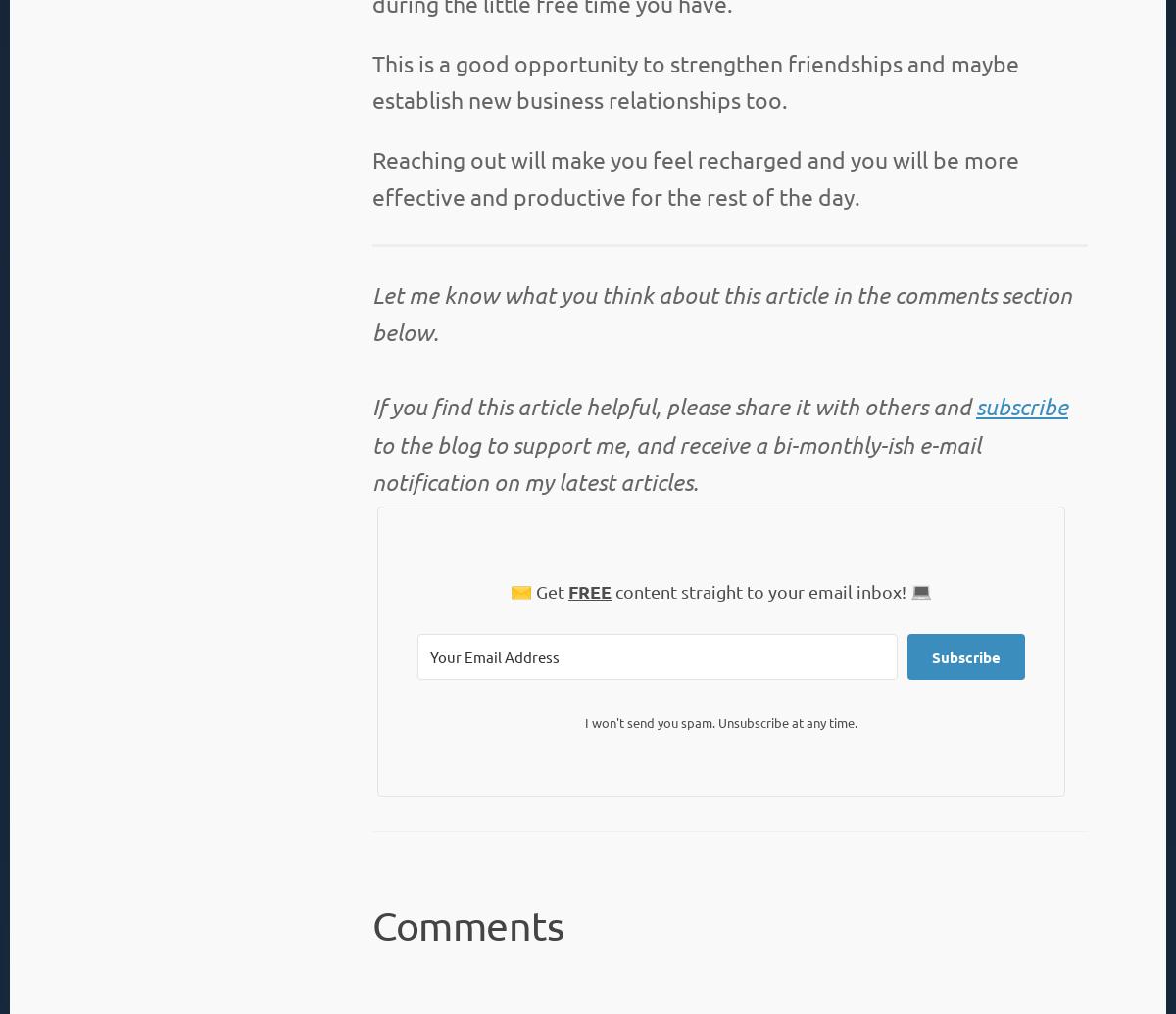  Describe the element at coordinates (566, 589) in the screenshot. I see `'FREE'` at that location.